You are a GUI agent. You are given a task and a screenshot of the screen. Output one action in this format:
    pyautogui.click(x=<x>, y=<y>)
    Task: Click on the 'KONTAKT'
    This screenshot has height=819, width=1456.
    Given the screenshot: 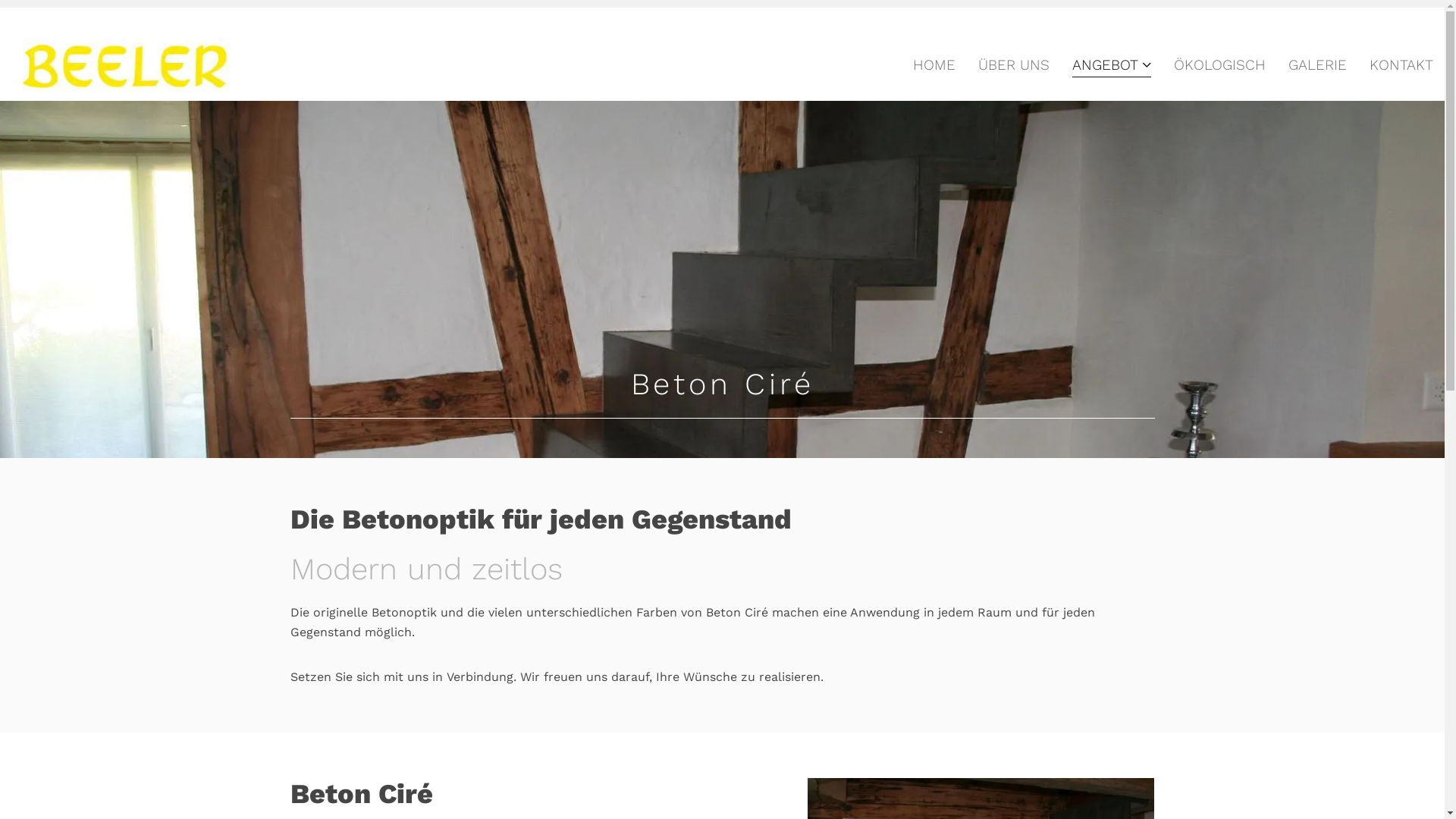 What is the action you would take?
    pyautogui.click(x=1401, y=63)
    